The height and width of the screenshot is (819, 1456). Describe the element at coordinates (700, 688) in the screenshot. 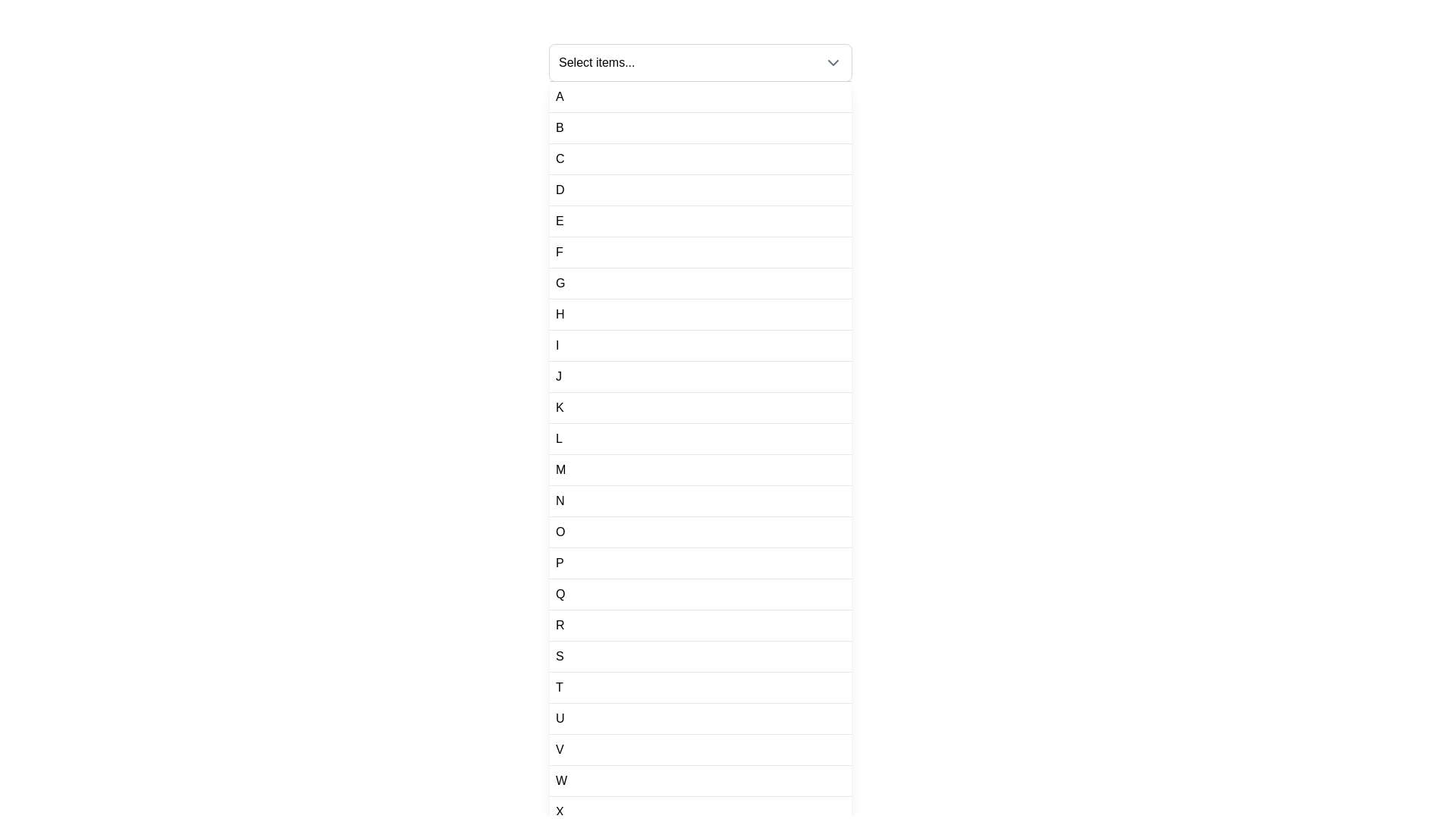

I see `the 20th row in the vertical dropdown list that contains the letter 'T'` at that location.